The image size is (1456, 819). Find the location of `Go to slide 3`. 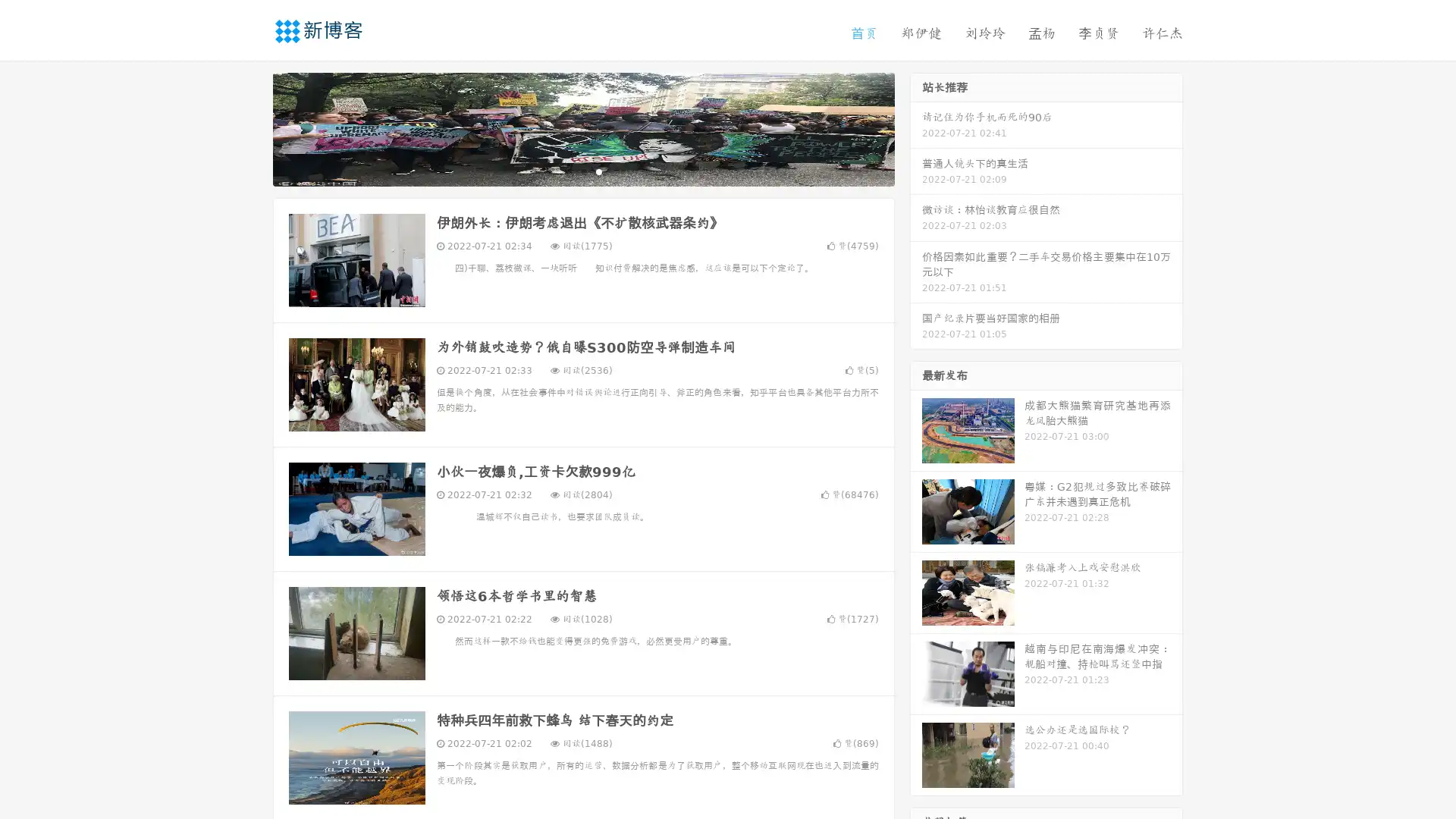

Go to slide 3 is located at coordinates (598, 171).